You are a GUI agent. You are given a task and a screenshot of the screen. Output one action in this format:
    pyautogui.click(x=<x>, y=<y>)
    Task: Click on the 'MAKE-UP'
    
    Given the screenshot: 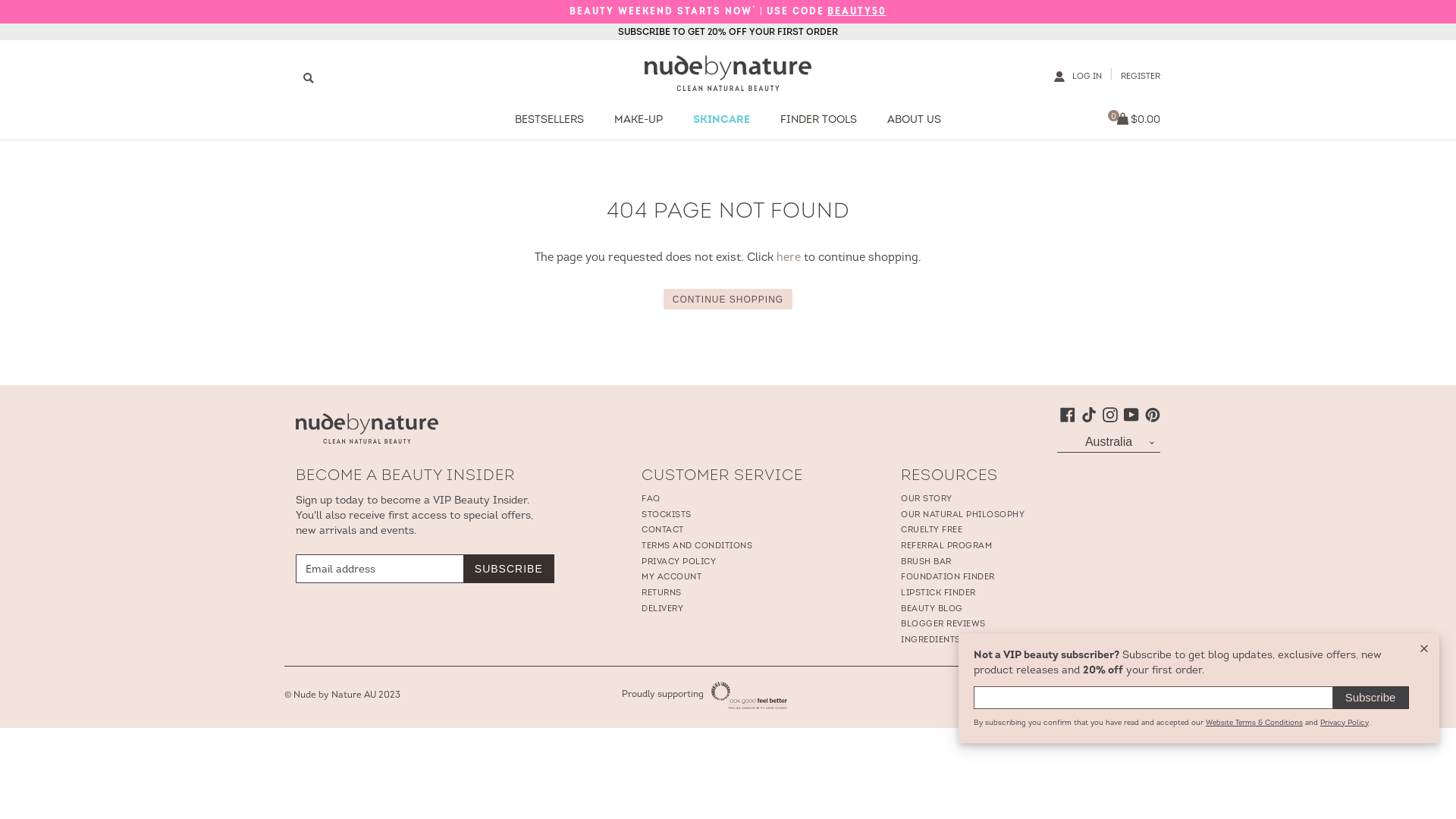 What is the action you would take?
    pyautogui.click(x=598, y=118)
    